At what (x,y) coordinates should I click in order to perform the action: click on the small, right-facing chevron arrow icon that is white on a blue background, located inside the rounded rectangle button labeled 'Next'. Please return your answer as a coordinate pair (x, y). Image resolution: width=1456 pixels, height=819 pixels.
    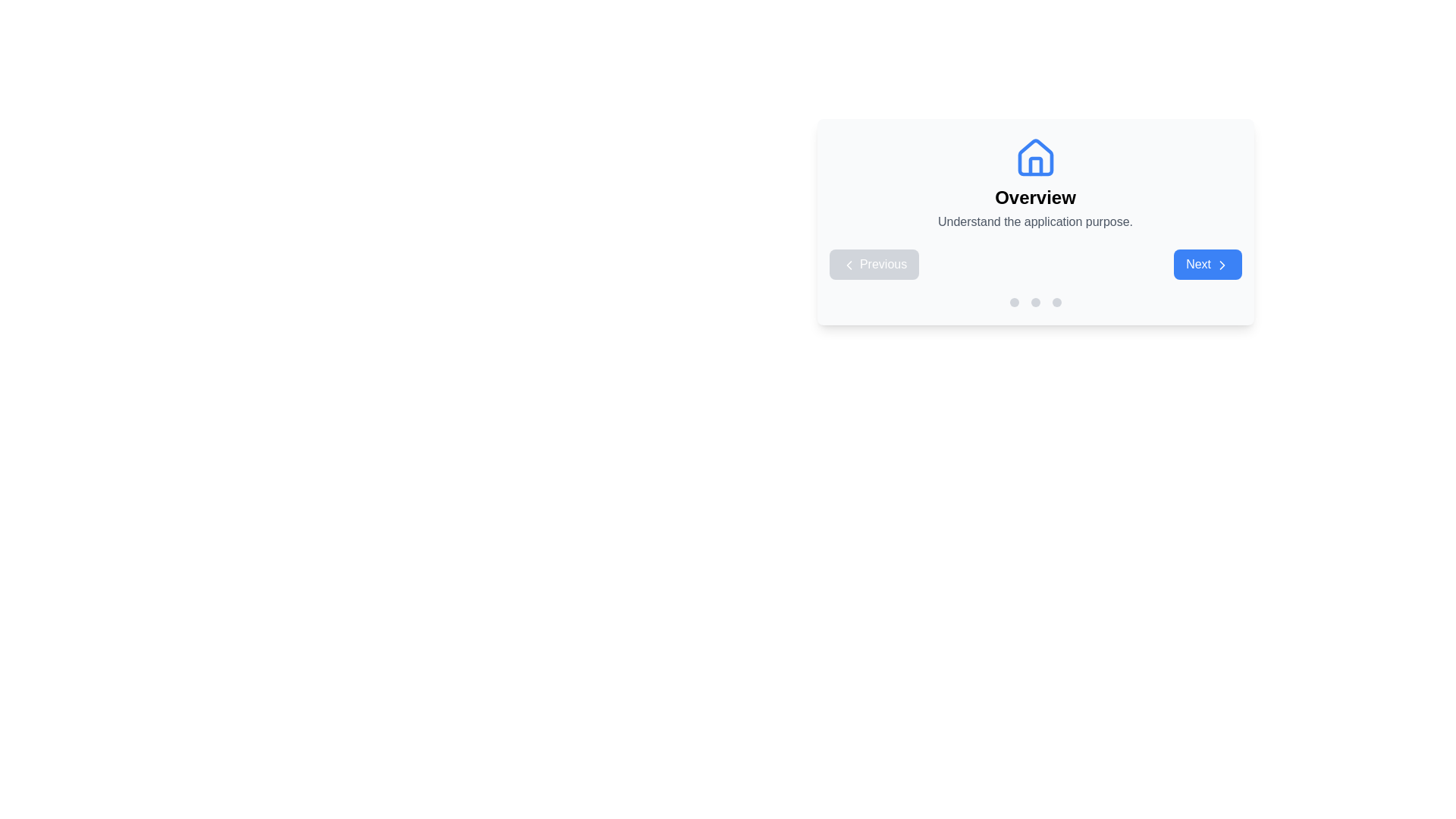
    Looking at the image, I should click on (1222, 264).